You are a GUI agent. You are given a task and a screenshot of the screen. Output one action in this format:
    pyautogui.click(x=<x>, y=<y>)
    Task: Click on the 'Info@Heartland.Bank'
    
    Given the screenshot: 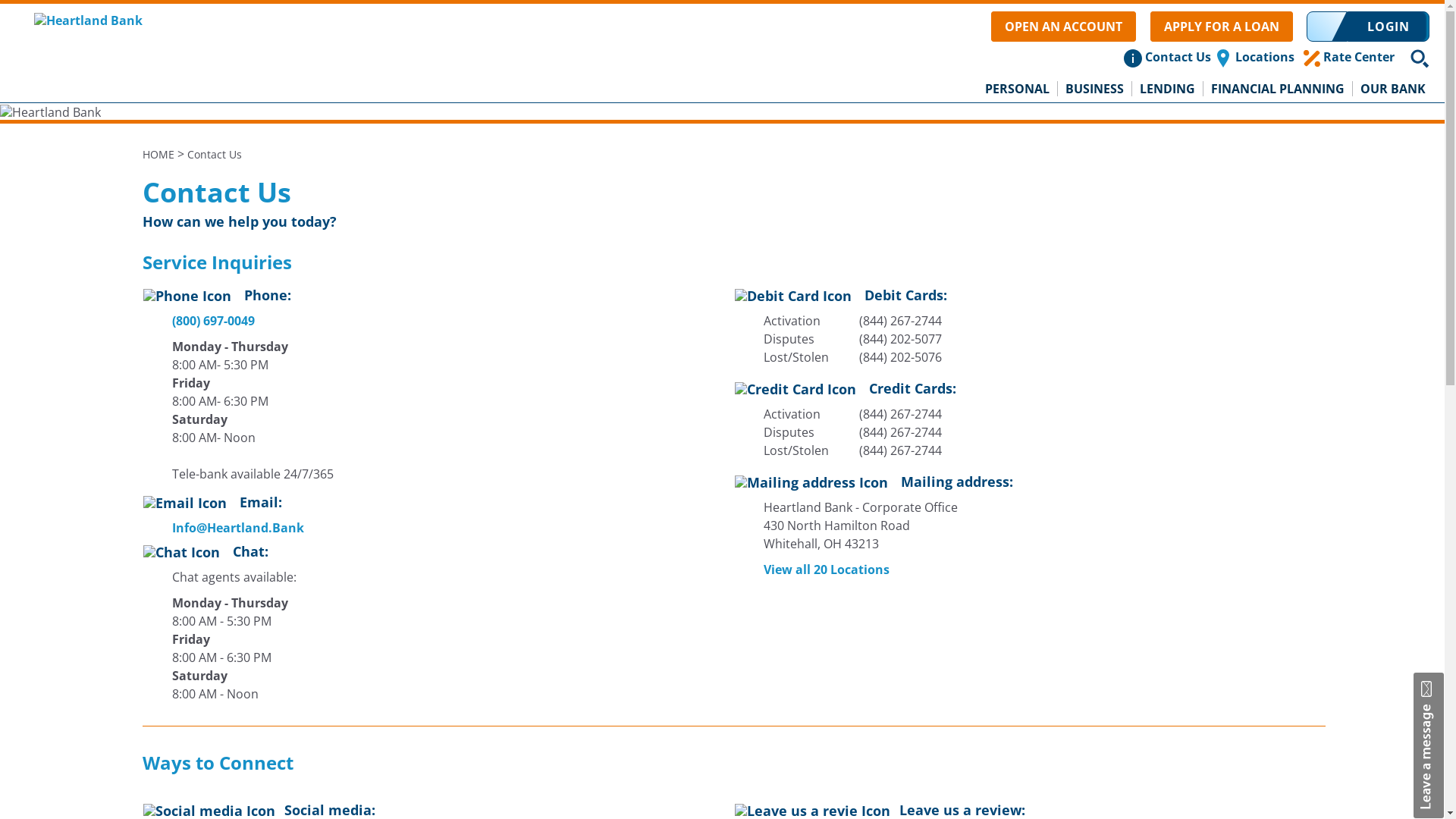 What is the action you would take?
    pyautogui.click(x=227, y=526)
    